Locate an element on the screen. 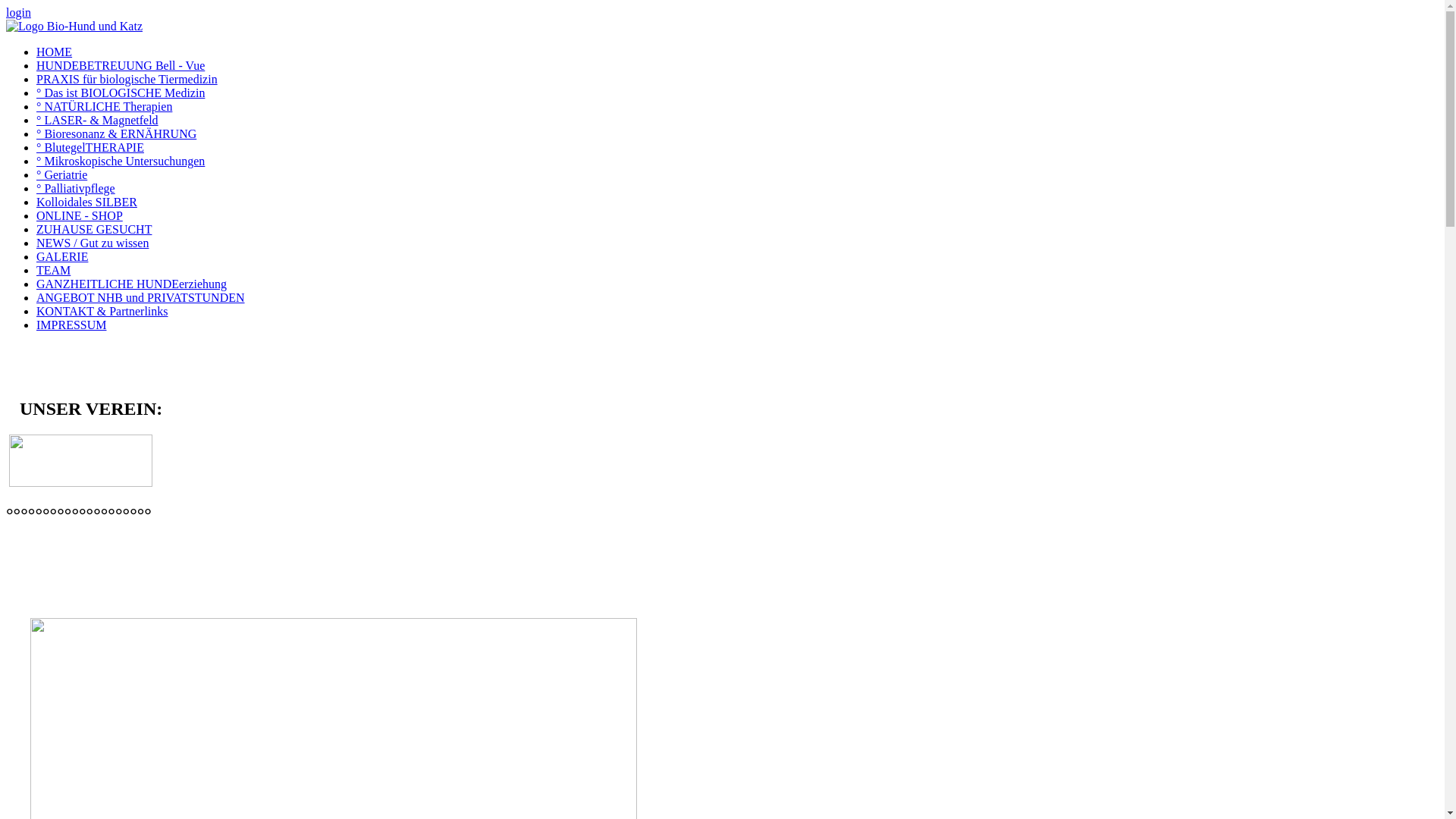 The width and height of the screenshot is (1456, 819). 'ONLINE - SHOP' is located at coordinates (79, 215).